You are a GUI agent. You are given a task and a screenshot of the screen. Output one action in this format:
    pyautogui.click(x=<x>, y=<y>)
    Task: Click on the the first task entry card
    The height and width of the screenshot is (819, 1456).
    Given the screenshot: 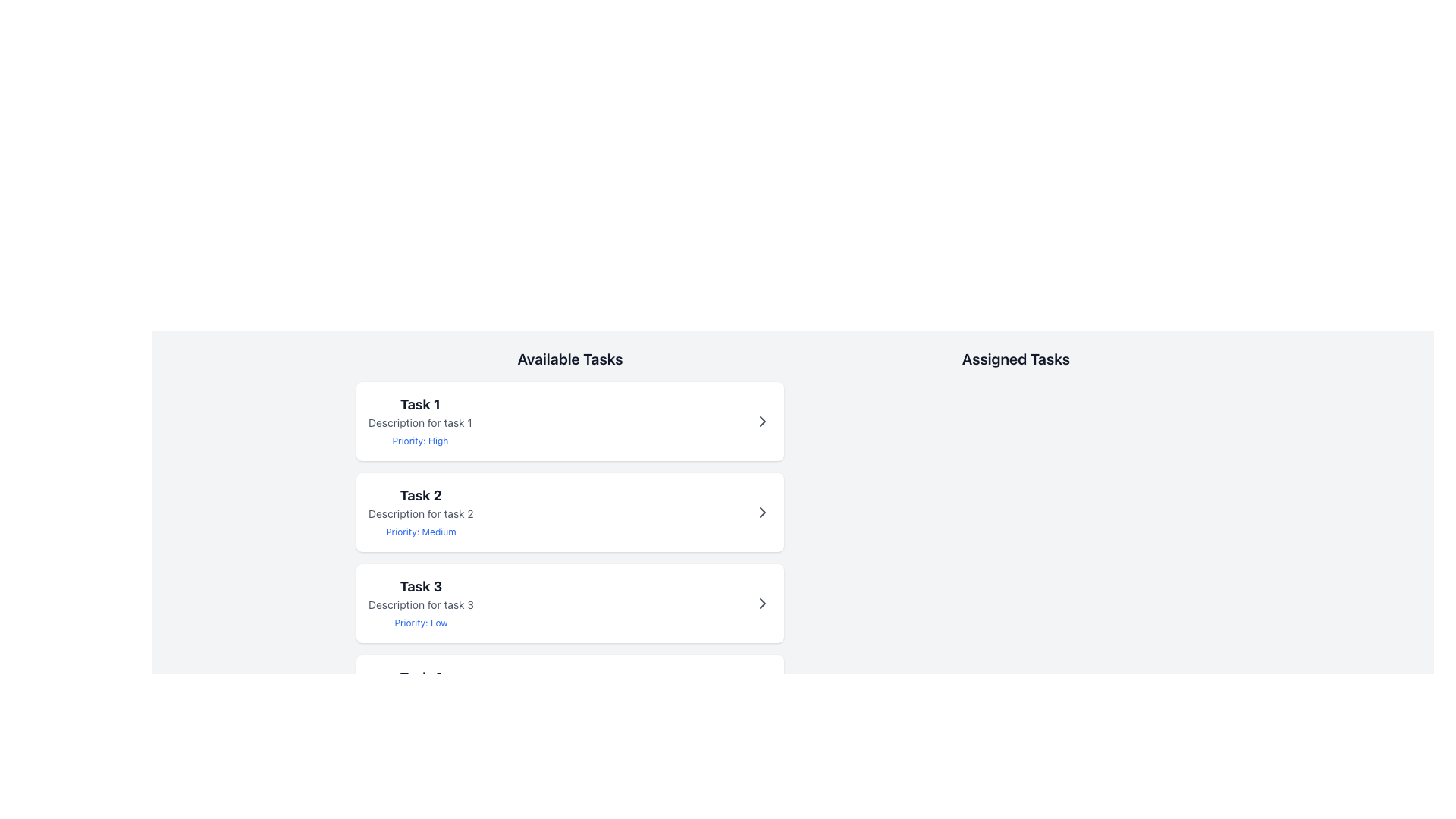 What is the action you would take?
    pyautogui.click(x=570, y=421)
    